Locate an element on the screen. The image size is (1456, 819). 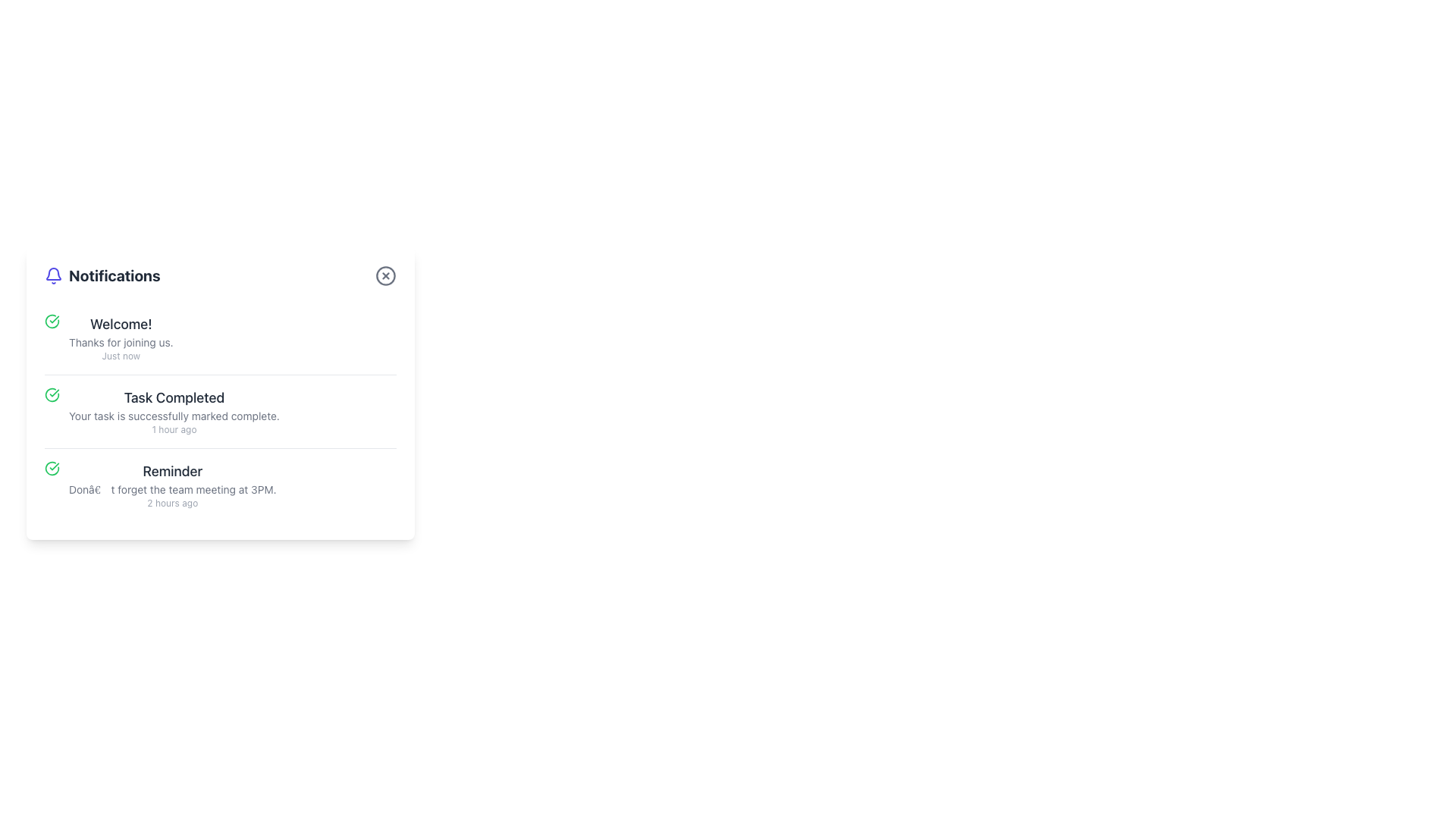
message and timestamp from the notification card titled 'Reminder' that contains the message 'Don’t forget the team meeting at 3PM.' and the timestamp '2 hours ago' is located at coordinates (220, 485).